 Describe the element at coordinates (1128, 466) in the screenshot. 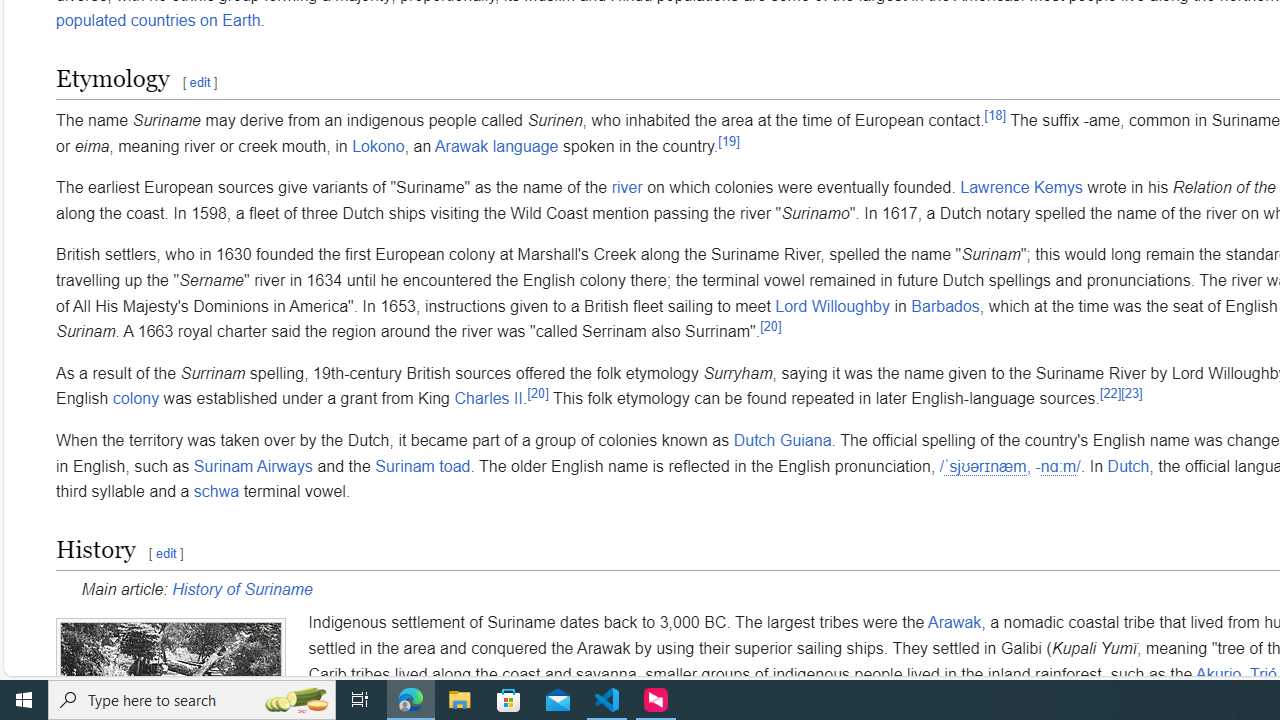

I see `'Dutch'` at that location.